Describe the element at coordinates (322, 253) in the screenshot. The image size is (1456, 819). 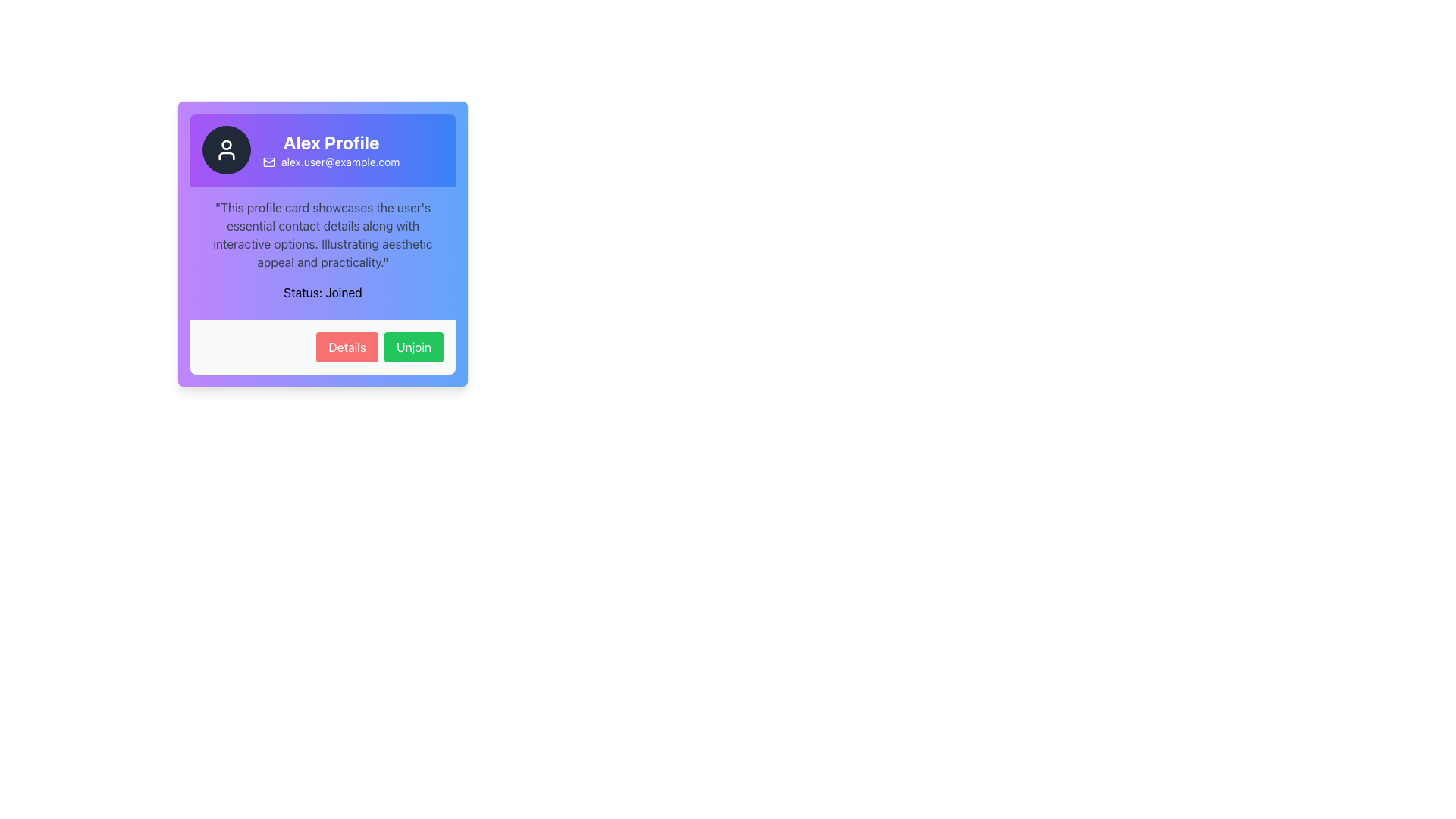
I see `descriptive information displayed in the informational label located below the user's name and email address, and above the 'Details' and 'Unjoin' buttons on the profile card` at that location.